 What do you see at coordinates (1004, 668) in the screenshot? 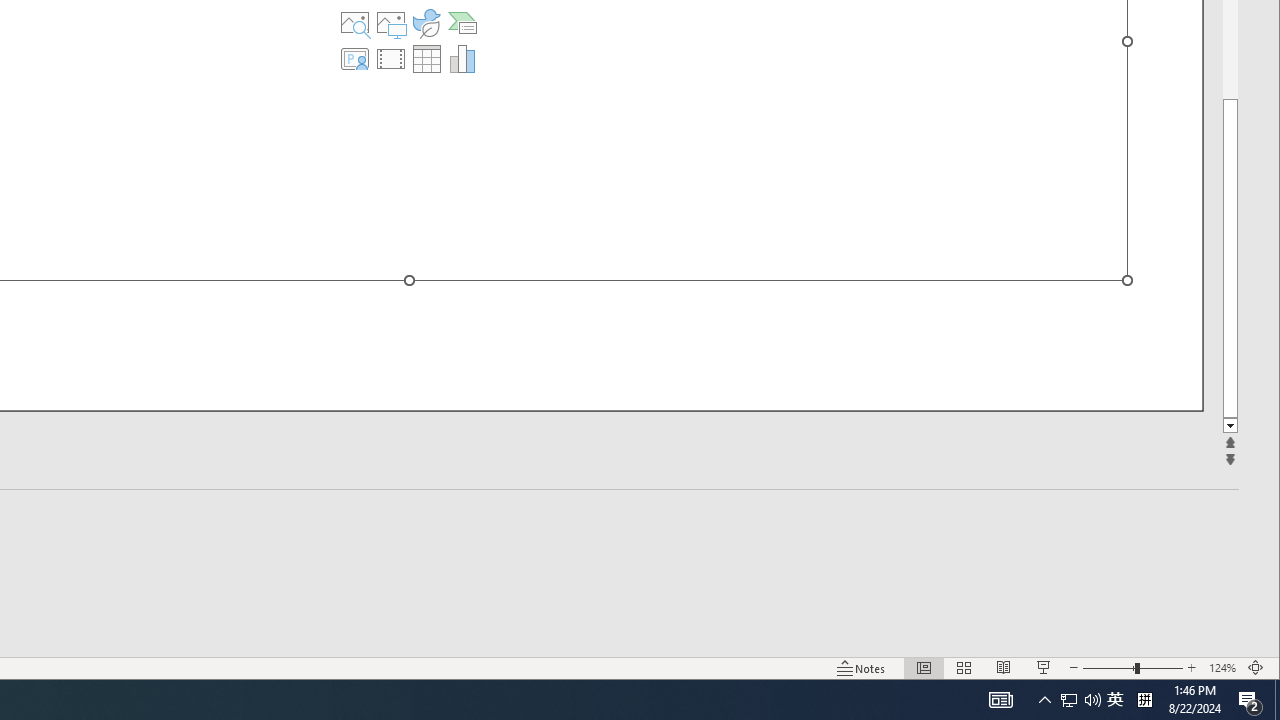
I see `'Reading View'` at bounding box center [1004, 668].